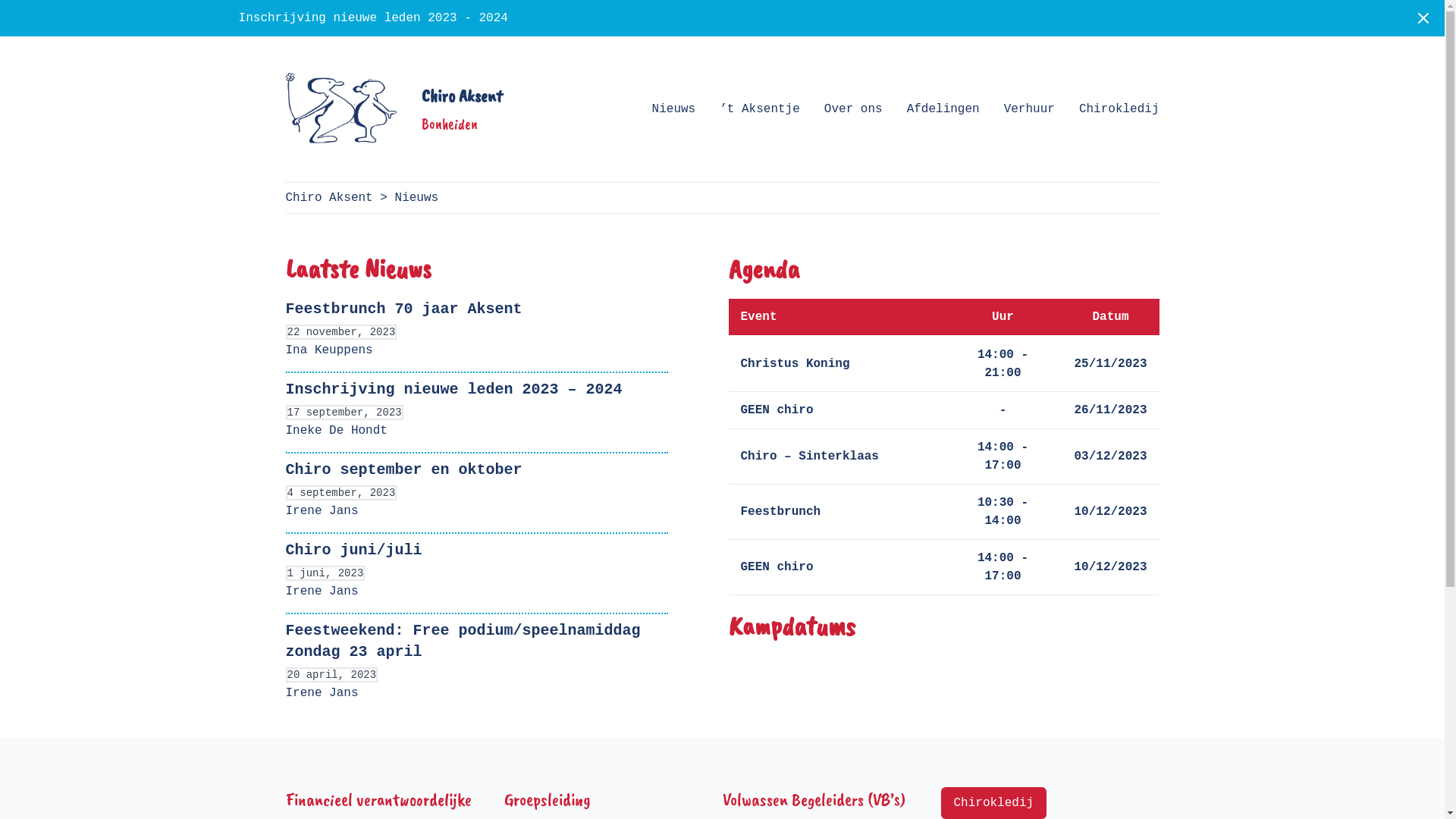 The height and width of the screenshot is (819, 1456). What do you see at coordinates (403, 469) in the screenshot?
I see `'Chiro september en oktober'` at bounding box center [403, 469].